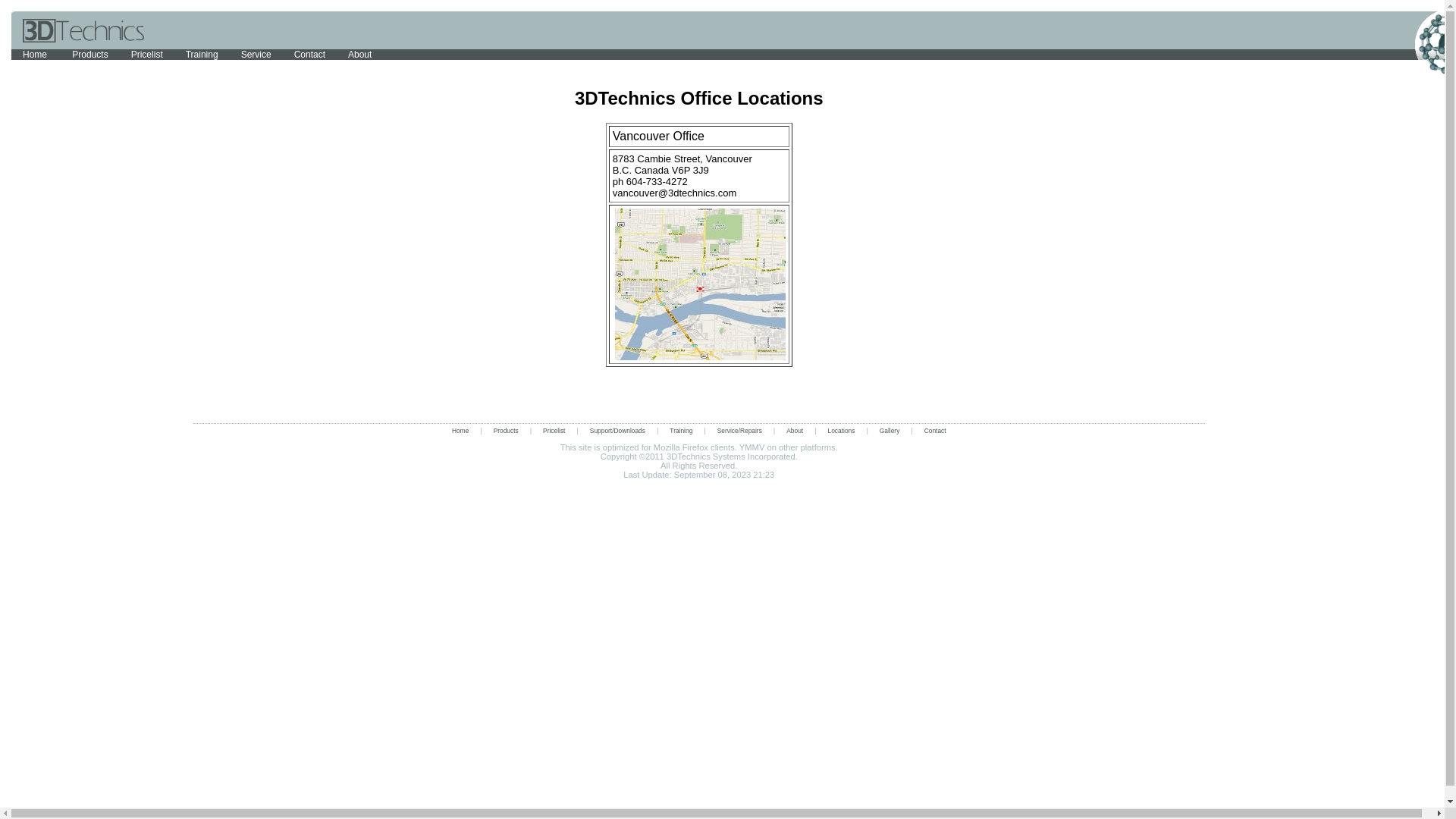 This screenshot has height=819, width=1456. Describe the element at coordinates (934, 430) in the screenshot. I see `'Contact'` at that location.